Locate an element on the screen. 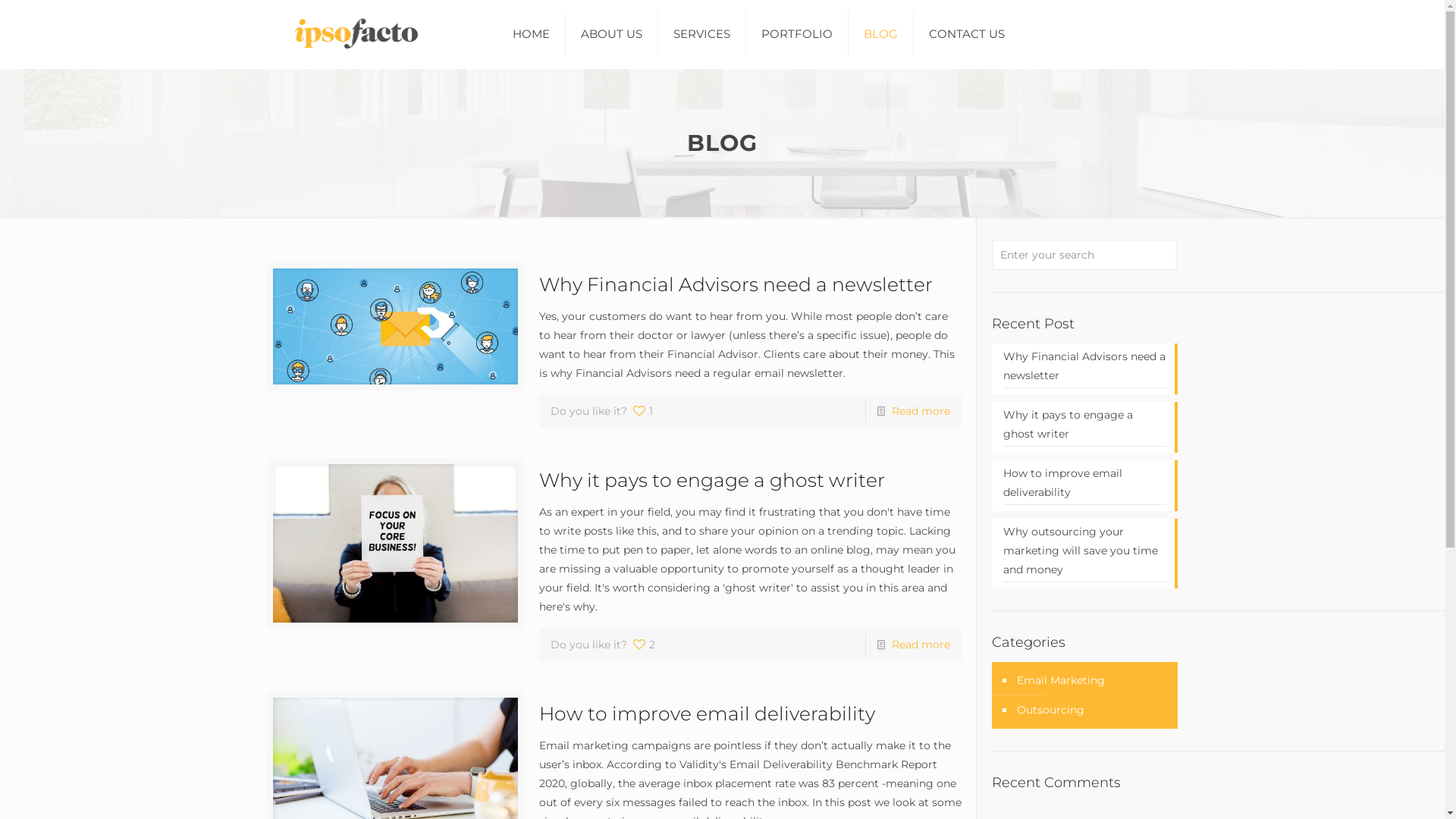 The image size is (1456, 819). 'Email Marketing' is located at coordinates (1059, 679).